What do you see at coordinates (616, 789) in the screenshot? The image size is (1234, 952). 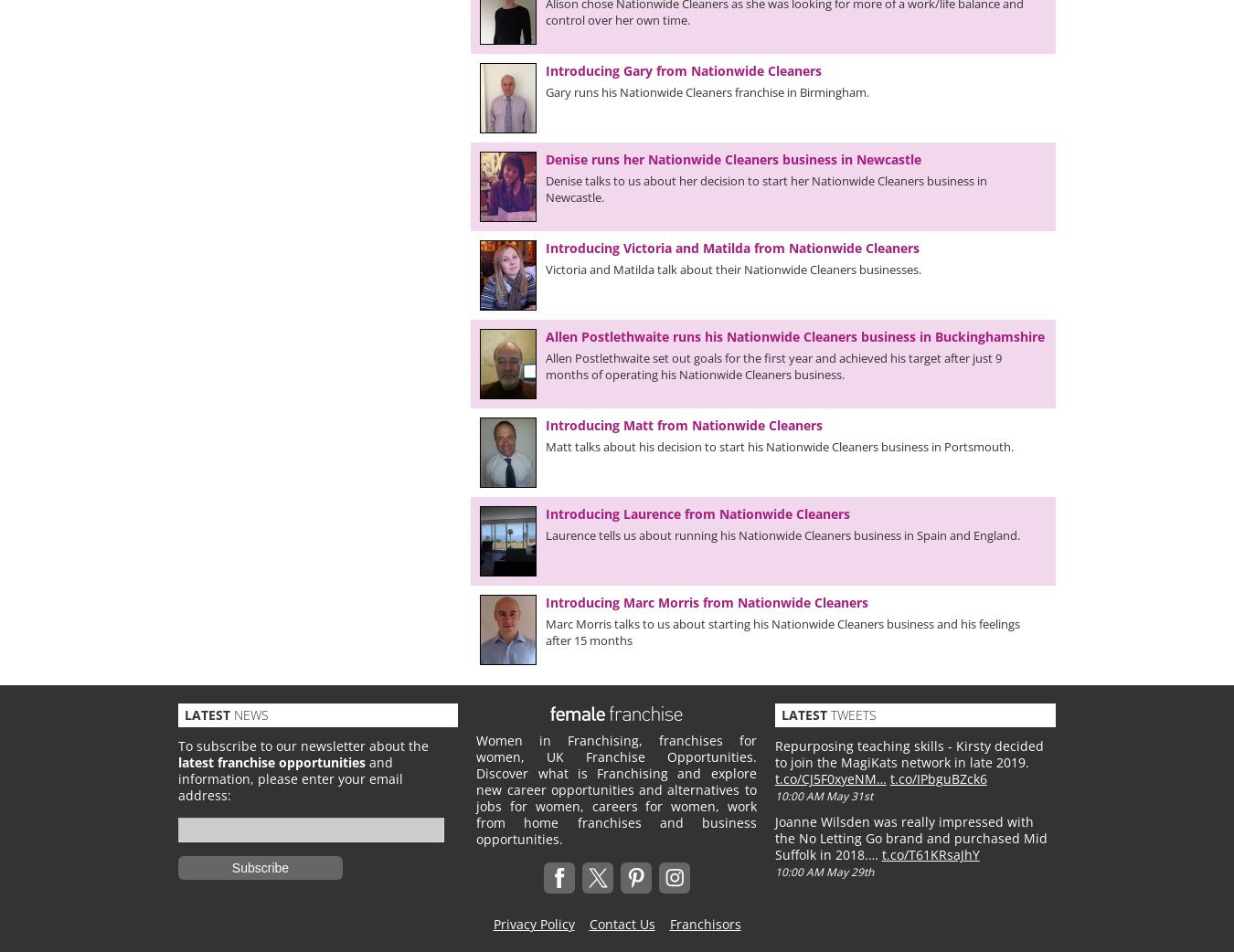 I see `'Women in Franchising, franchises for women, UK Franchise Opportunities. Discover what is Franchising and explore new career opportunities and alternatives to jobs for women, careers for women, work from home franchises and business opportunities.'` at bounding box center [616, 789].